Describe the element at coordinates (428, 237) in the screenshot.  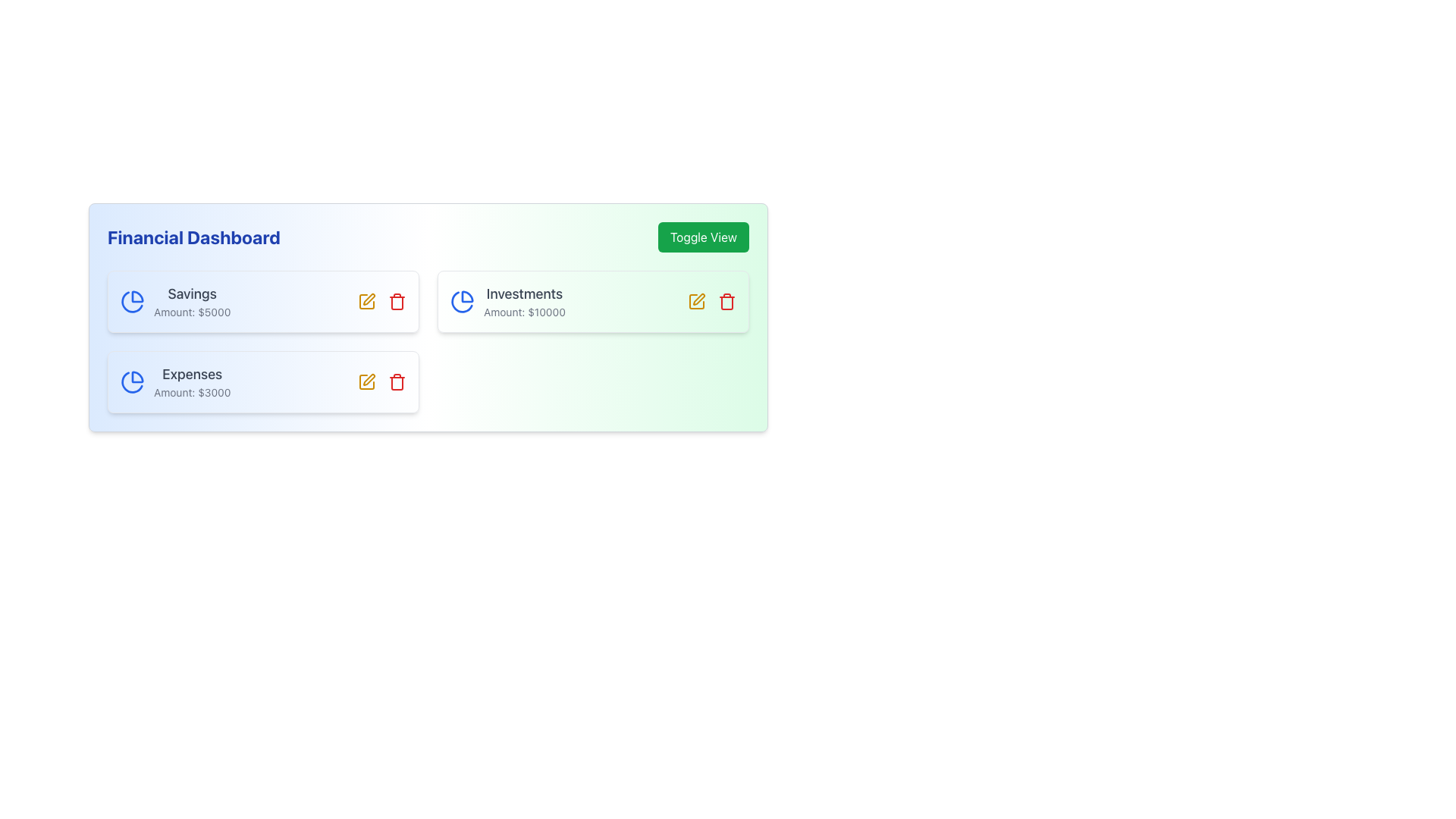
I see `the label 'Financial Dashboard' which is prominently displayed on the left side of the compound component` at that location.